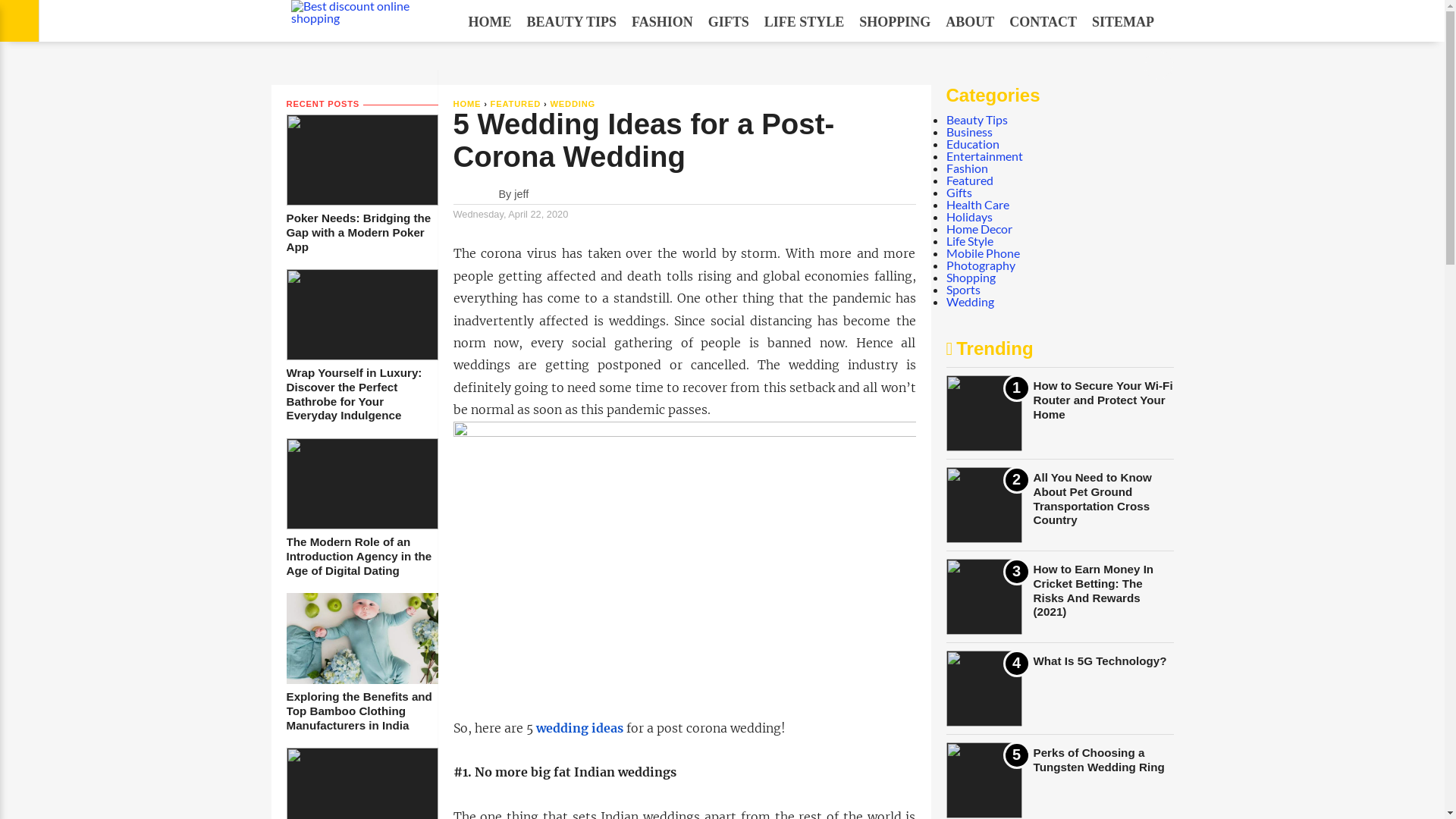  What do you see at coordinates (453, 103) in the screenshot?
I see `'HOME'` at bounding box center [453, 103].